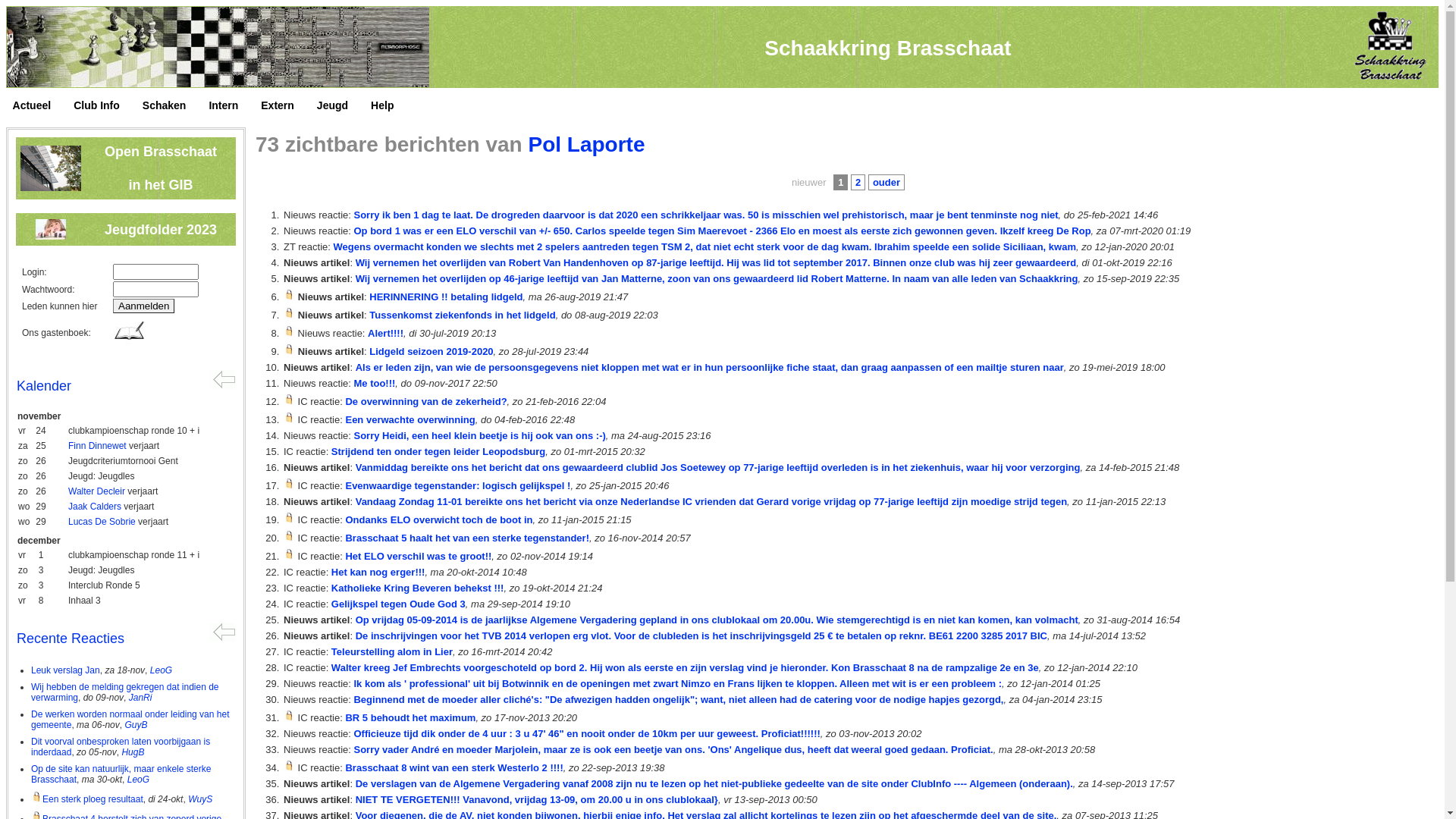 This screenshot has width=1456, height=819. I want to click on 'Enkel zichtbaar voor clubleden', so click(289, 516).